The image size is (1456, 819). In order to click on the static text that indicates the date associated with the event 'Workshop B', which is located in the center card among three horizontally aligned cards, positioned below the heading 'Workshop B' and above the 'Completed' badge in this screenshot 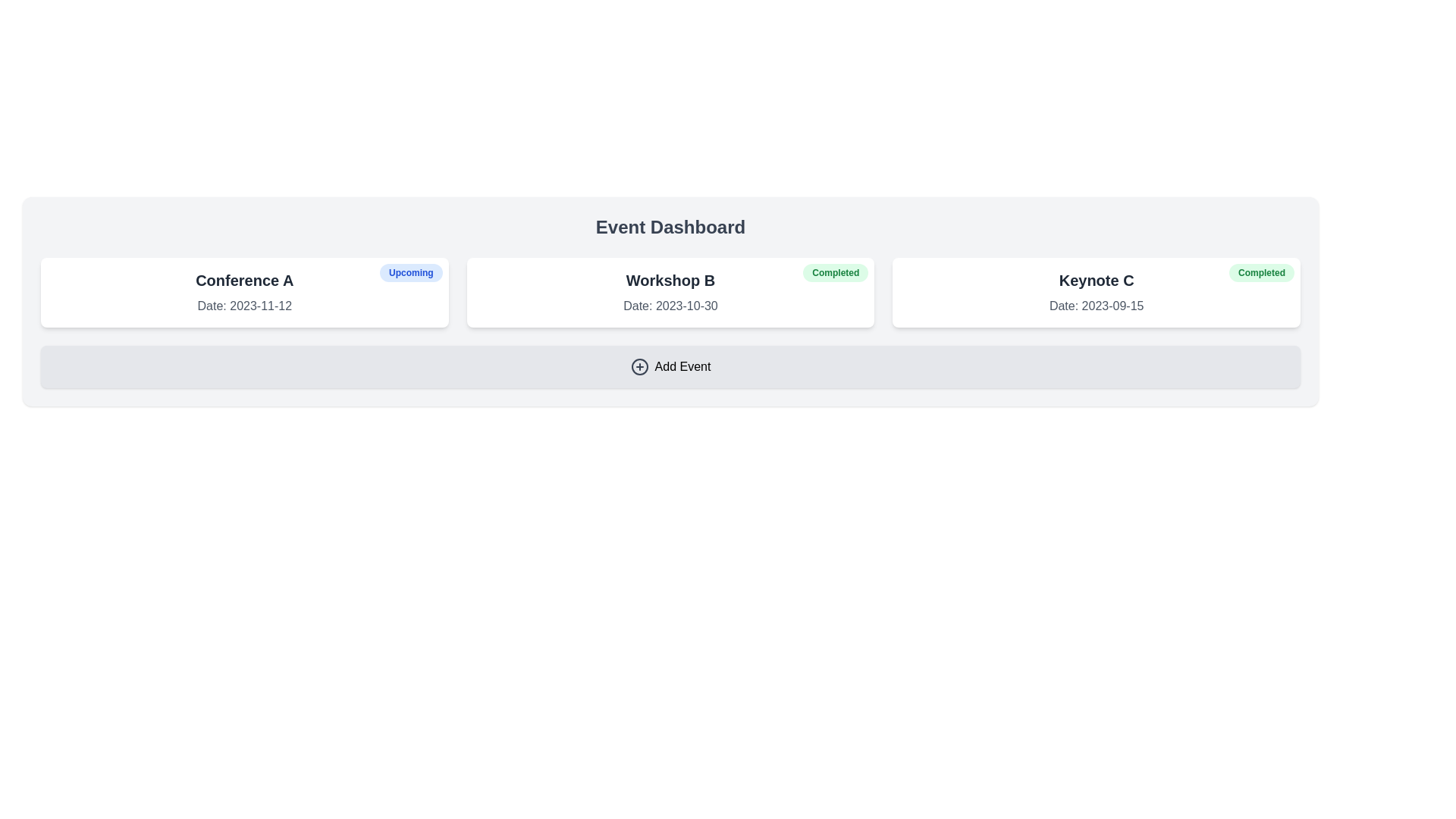, I will do `click(670, 306)`.